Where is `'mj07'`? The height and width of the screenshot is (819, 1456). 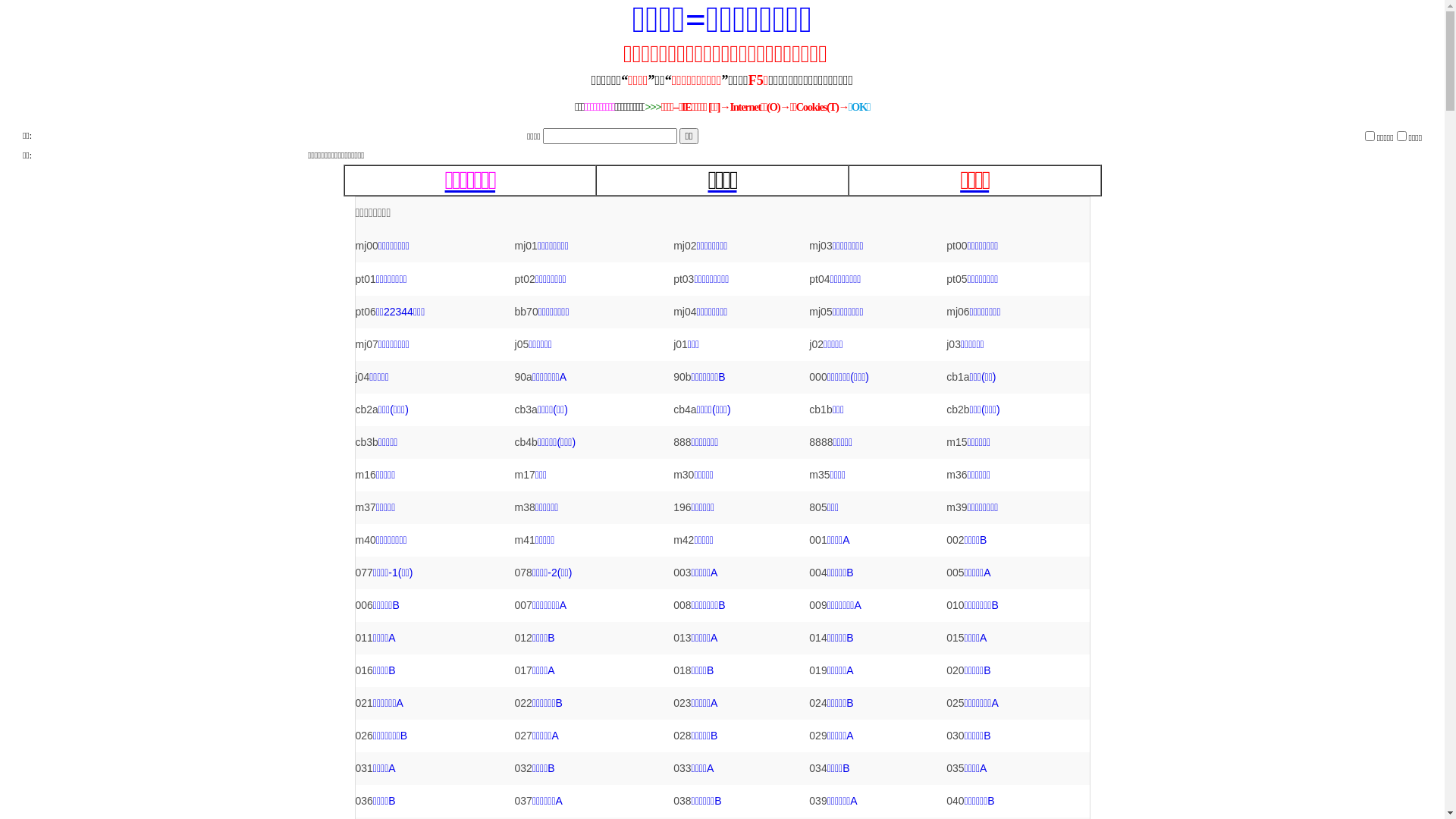 'mj07' is located at coordinates (366, 344).